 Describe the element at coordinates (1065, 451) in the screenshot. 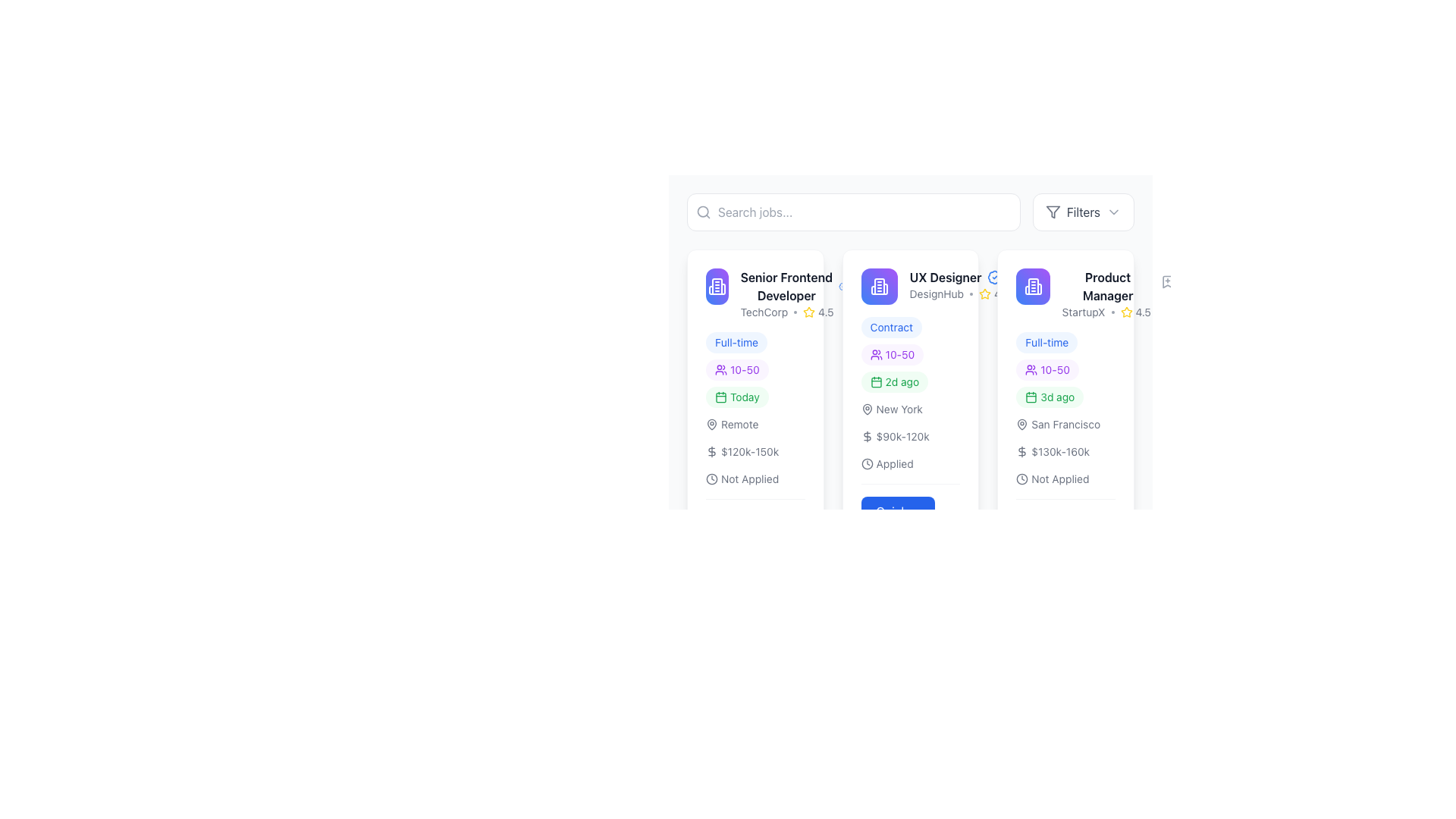

I see `the informational text group displaying 'San Francisco', '$130k-160k', and 'Not Applied' within the 'Product Manager' card located in the bottom section of the rightmost job card` at that location.